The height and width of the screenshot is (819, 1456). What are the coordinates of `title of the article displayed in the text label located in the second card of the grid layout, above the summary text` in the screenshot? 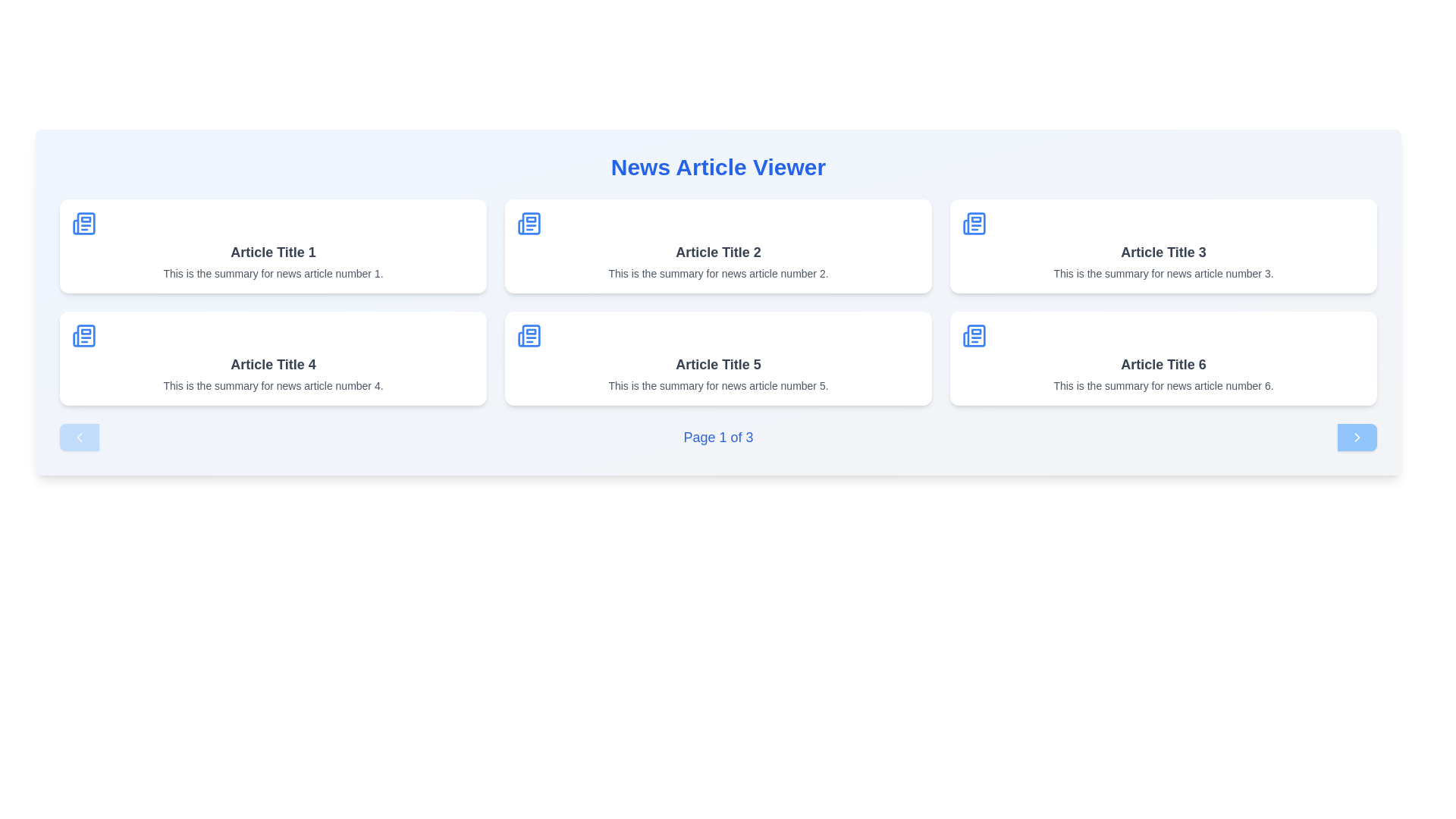 It's located at (717, 251).